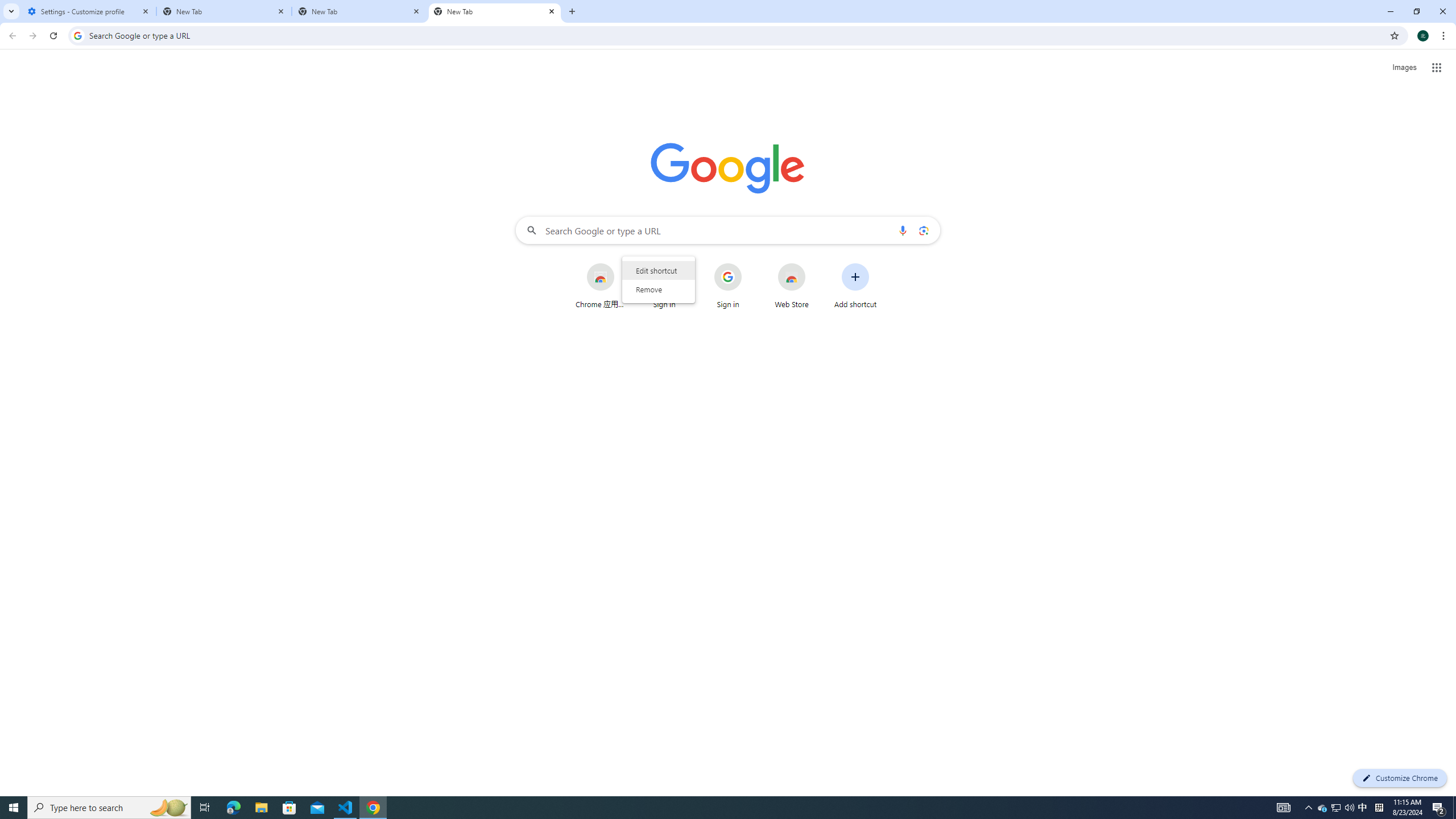  What do you see at coordinates (494, 11) in the screenshot?
I see `'New Tab'` at bounding box center [494, 11].